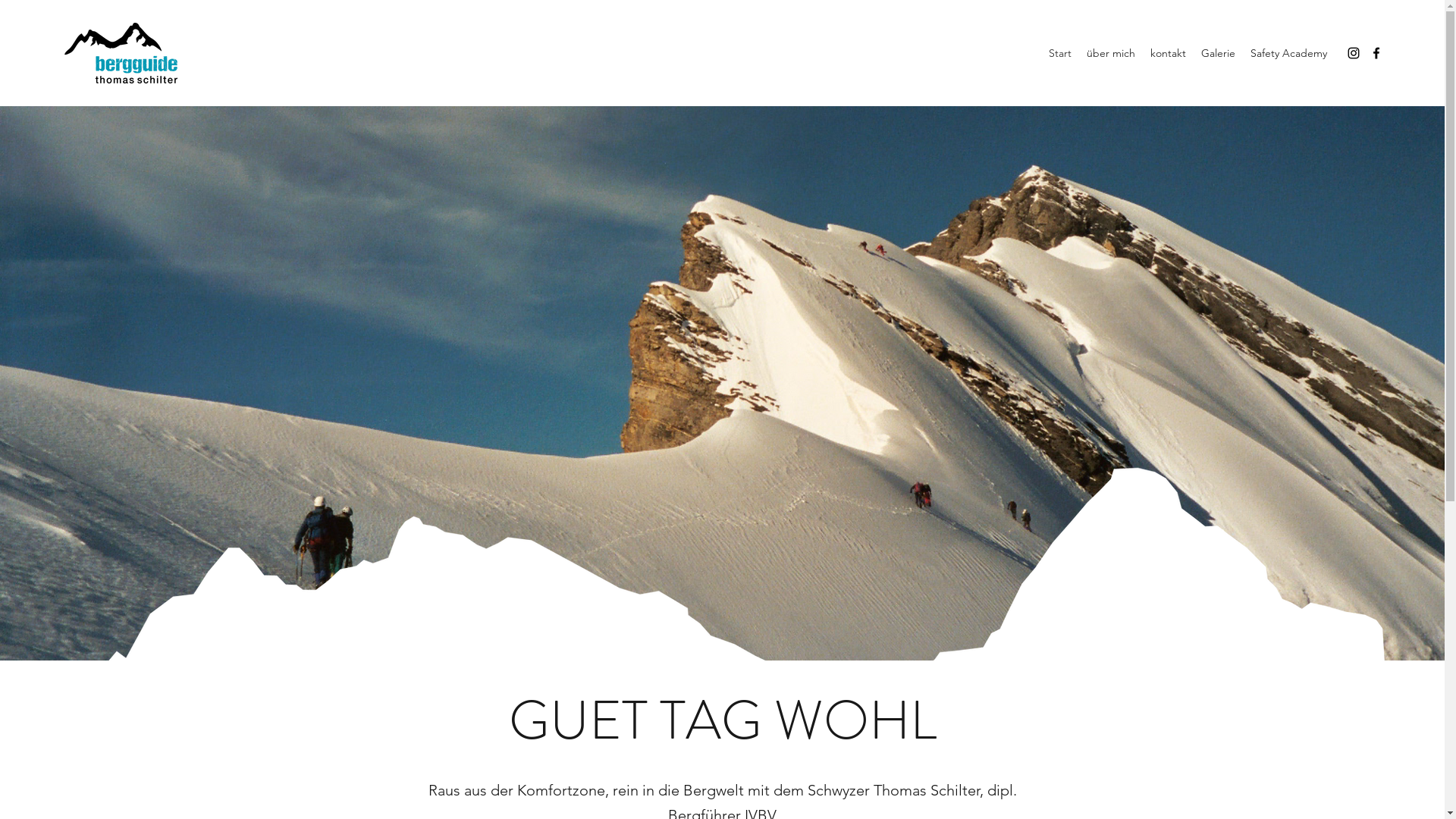 This screenshot has width=1456, height=819. I want to click on 'Safety Academy', so click(1288, 52).